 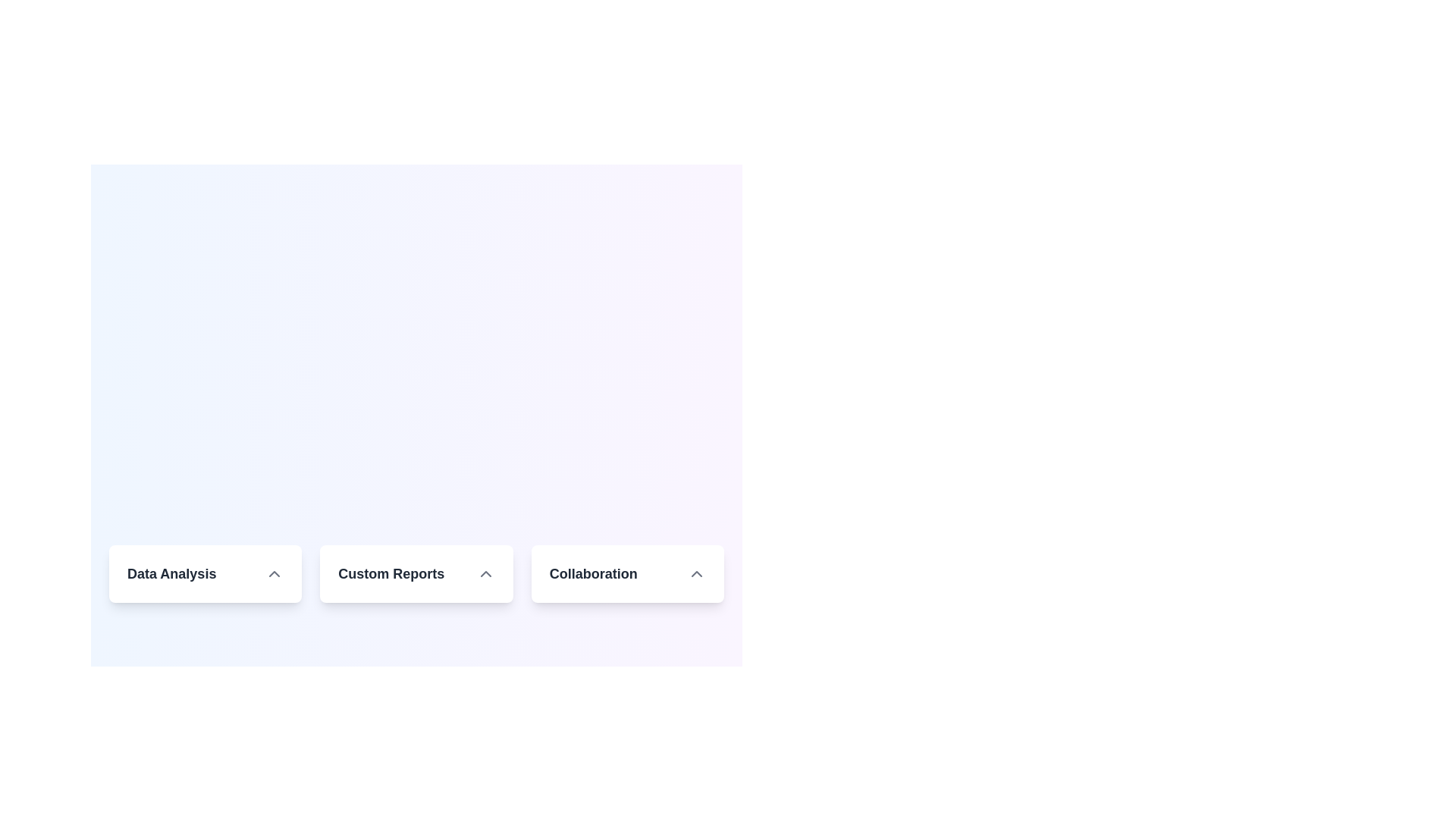 I want to click on the middle button of the three-item horizontal grid layout representing 'Custom Reports', so click(x=416, y=573).